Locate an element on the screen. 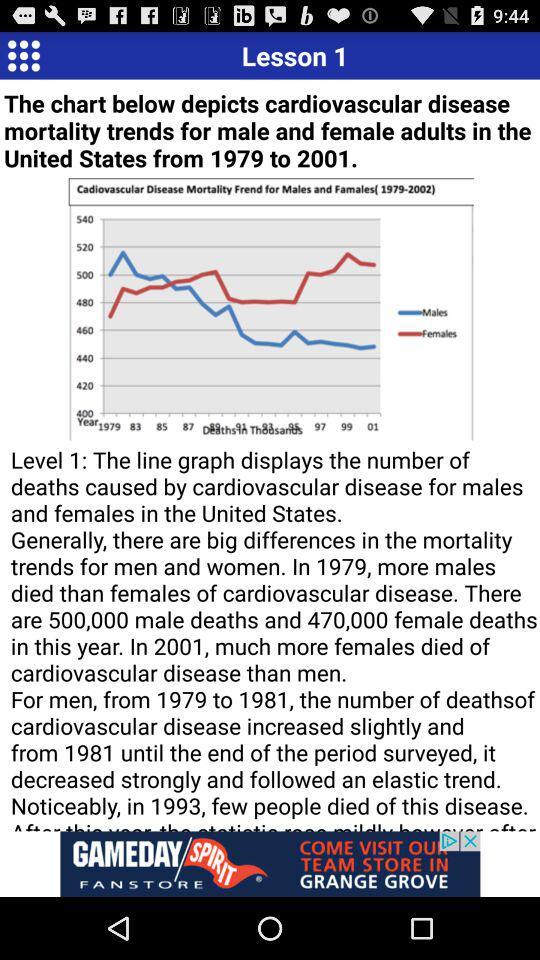  setting option is located at coordinates (22, 54).